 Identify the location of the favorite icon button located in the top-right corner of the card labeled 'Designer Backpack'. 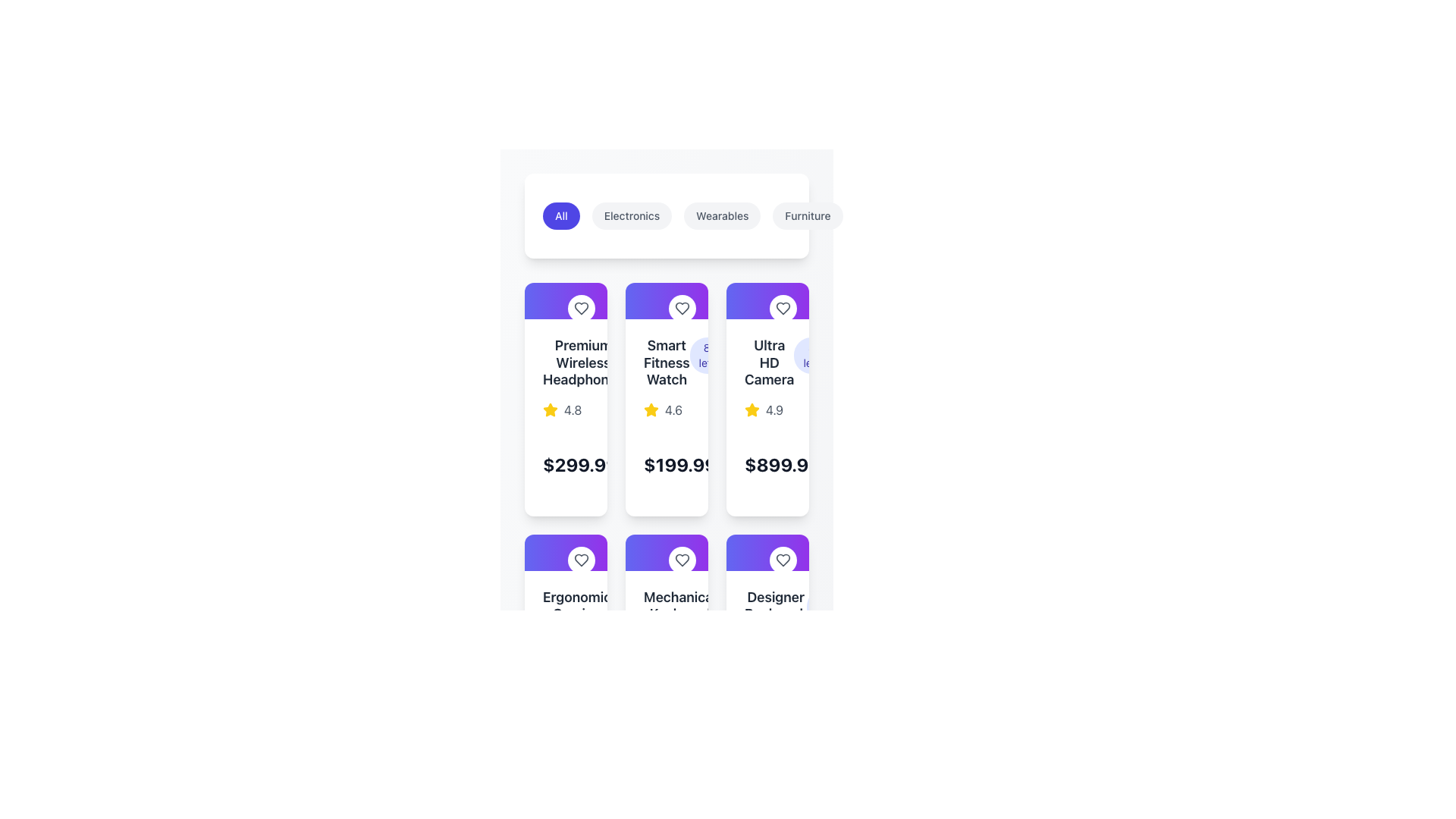
(783, 560).